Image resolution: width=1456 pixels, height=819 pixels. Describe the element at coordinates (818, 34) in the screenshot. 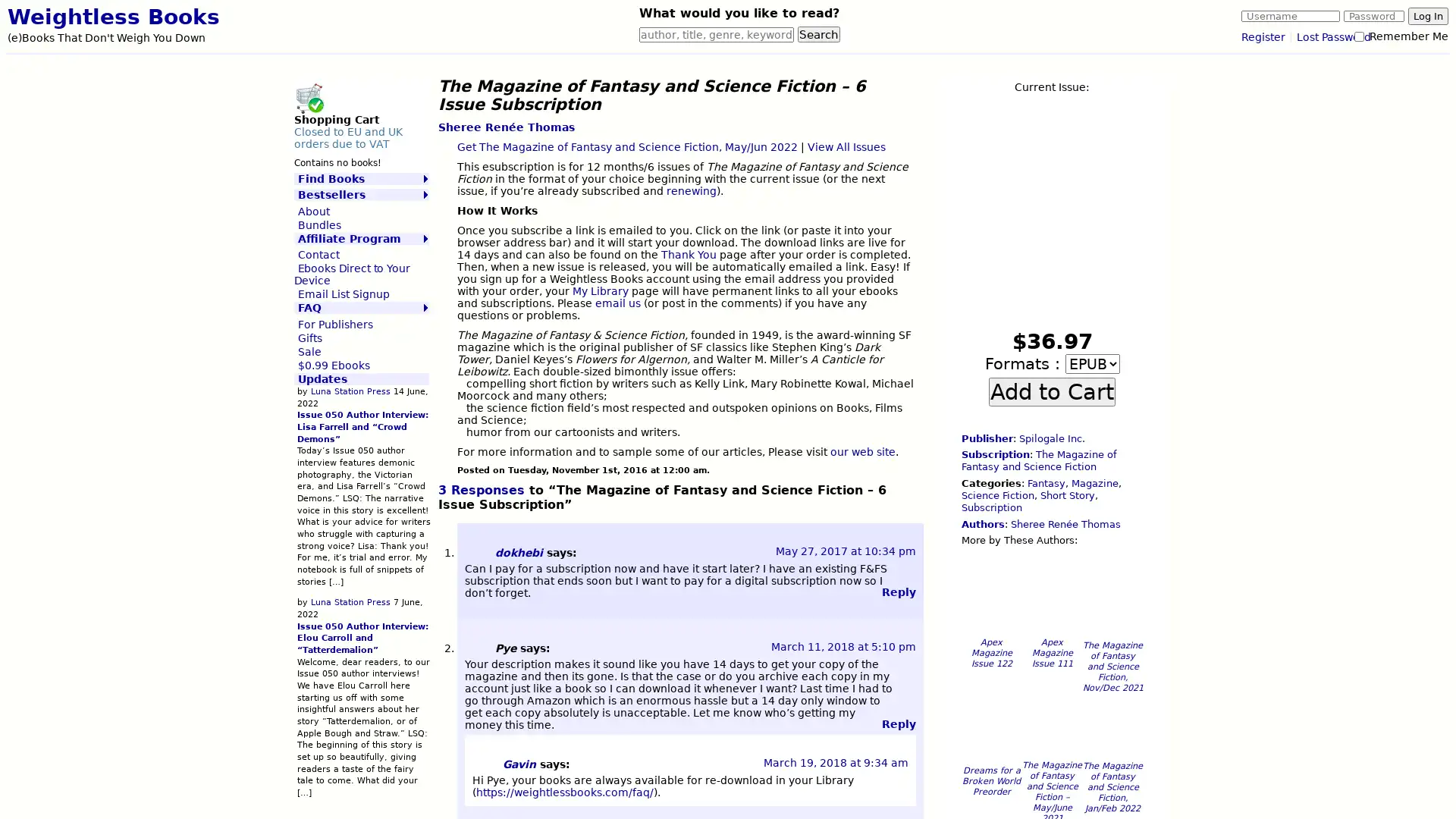

I see `Search` at that location.